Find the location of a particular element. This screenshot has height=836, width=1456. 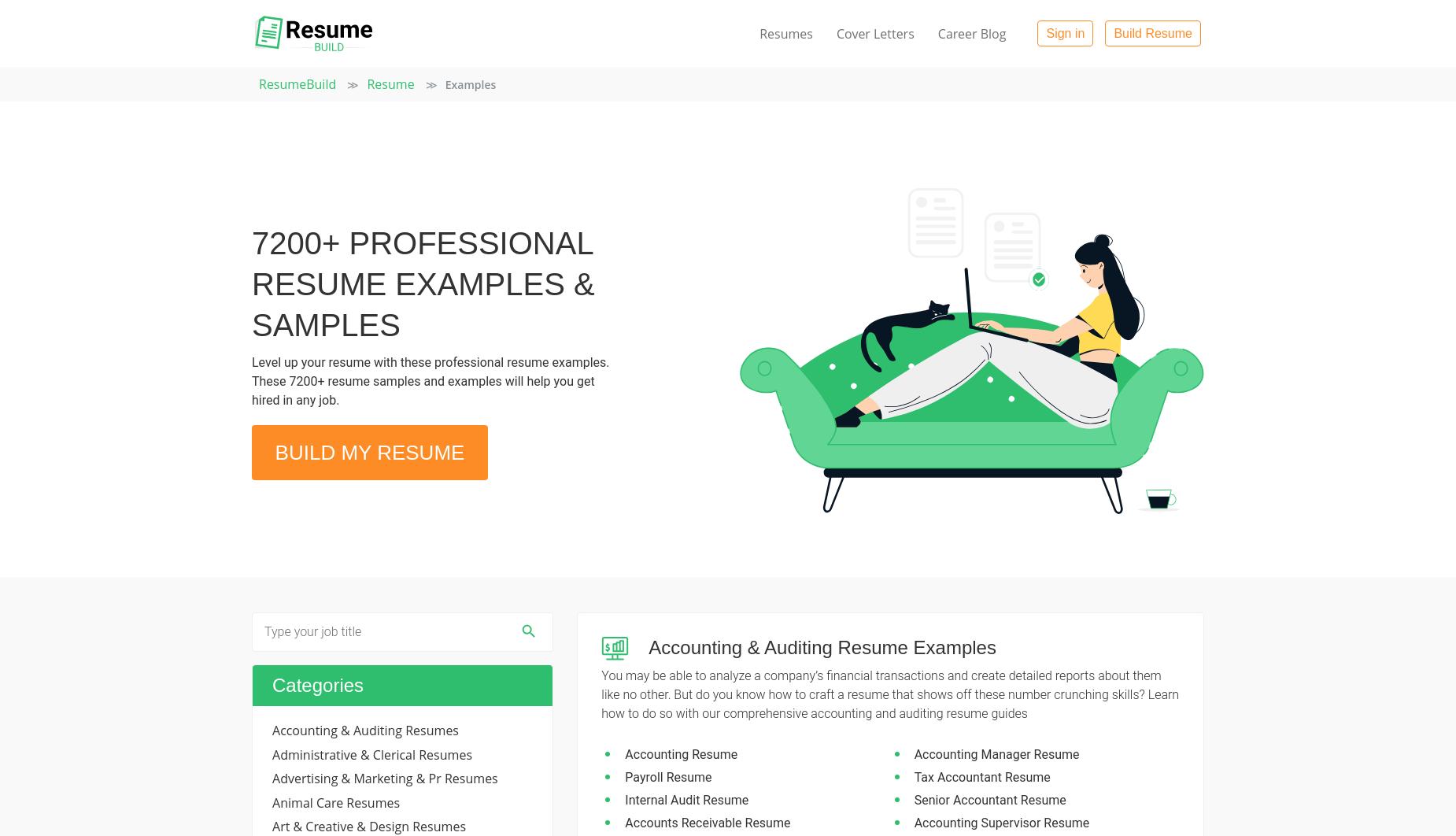

'Internal Audit Resume' is located at coordinates (625, 799).